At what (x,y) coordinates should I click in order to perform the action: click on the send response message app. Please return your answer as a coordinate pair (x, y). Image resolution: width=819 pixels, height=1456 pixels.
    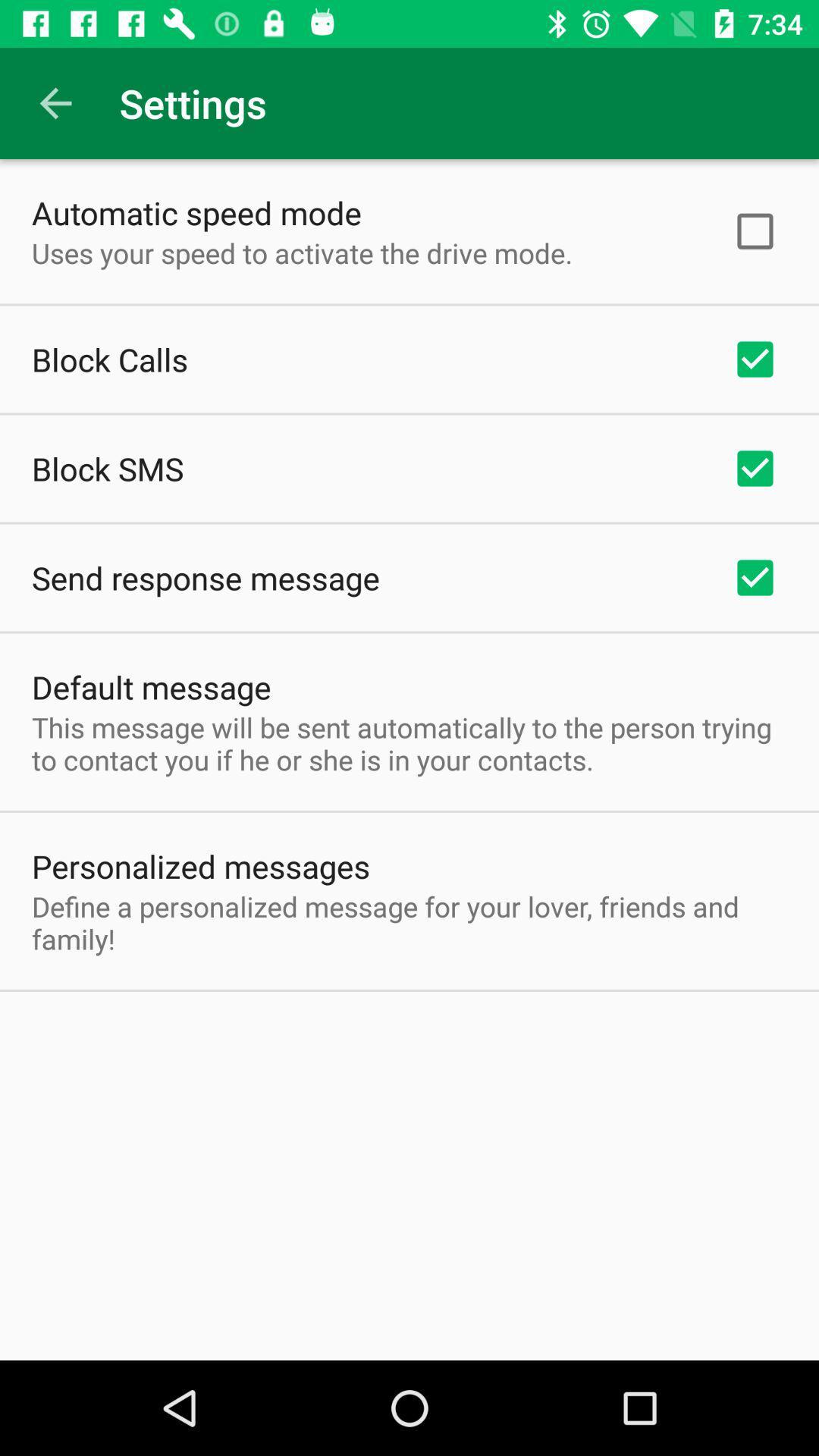
    Looking at the image, I should click on (206, 577).